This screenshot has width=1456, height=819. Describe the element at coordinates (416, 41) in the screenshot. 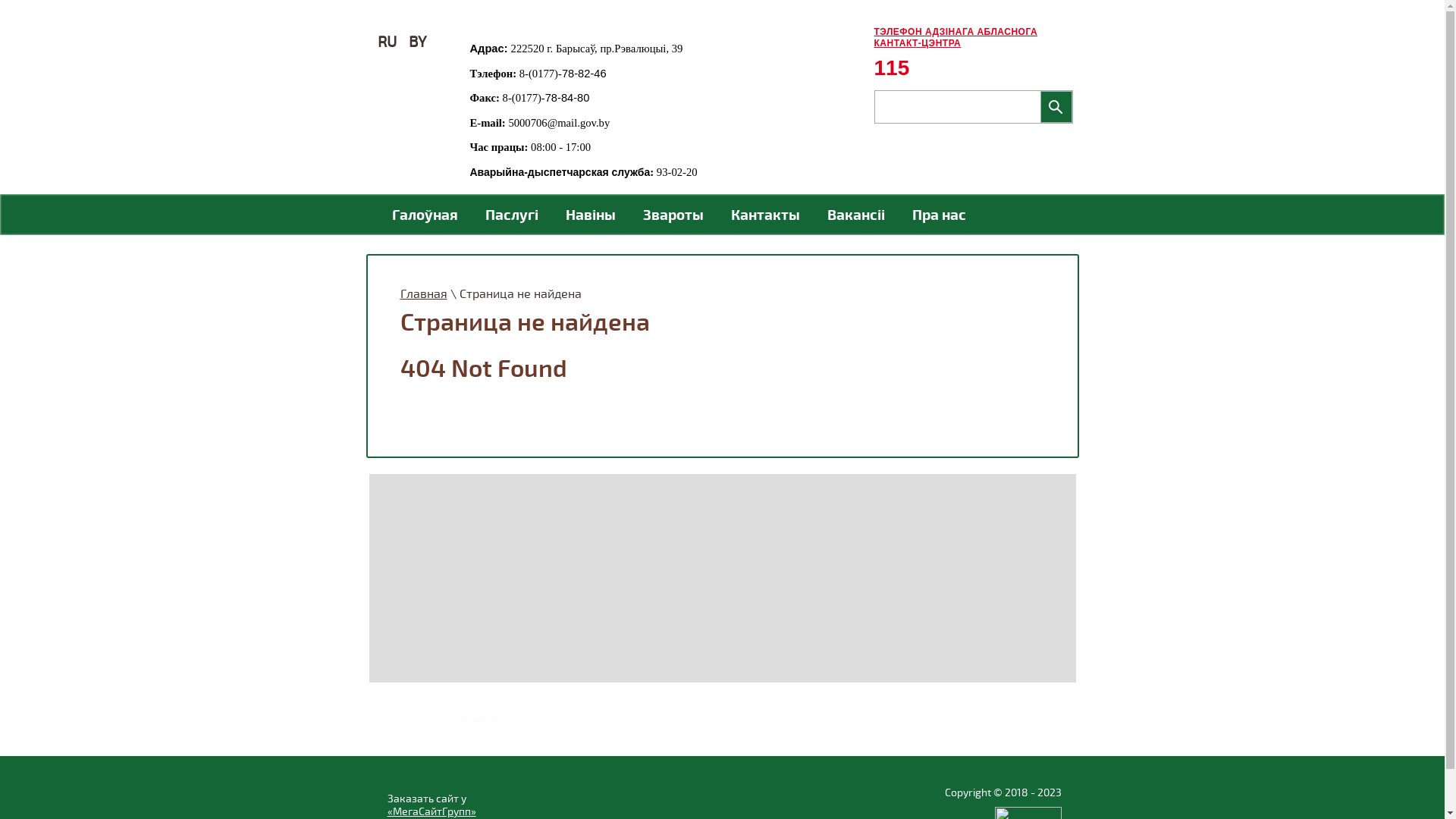

I see `'BY'` at that location.